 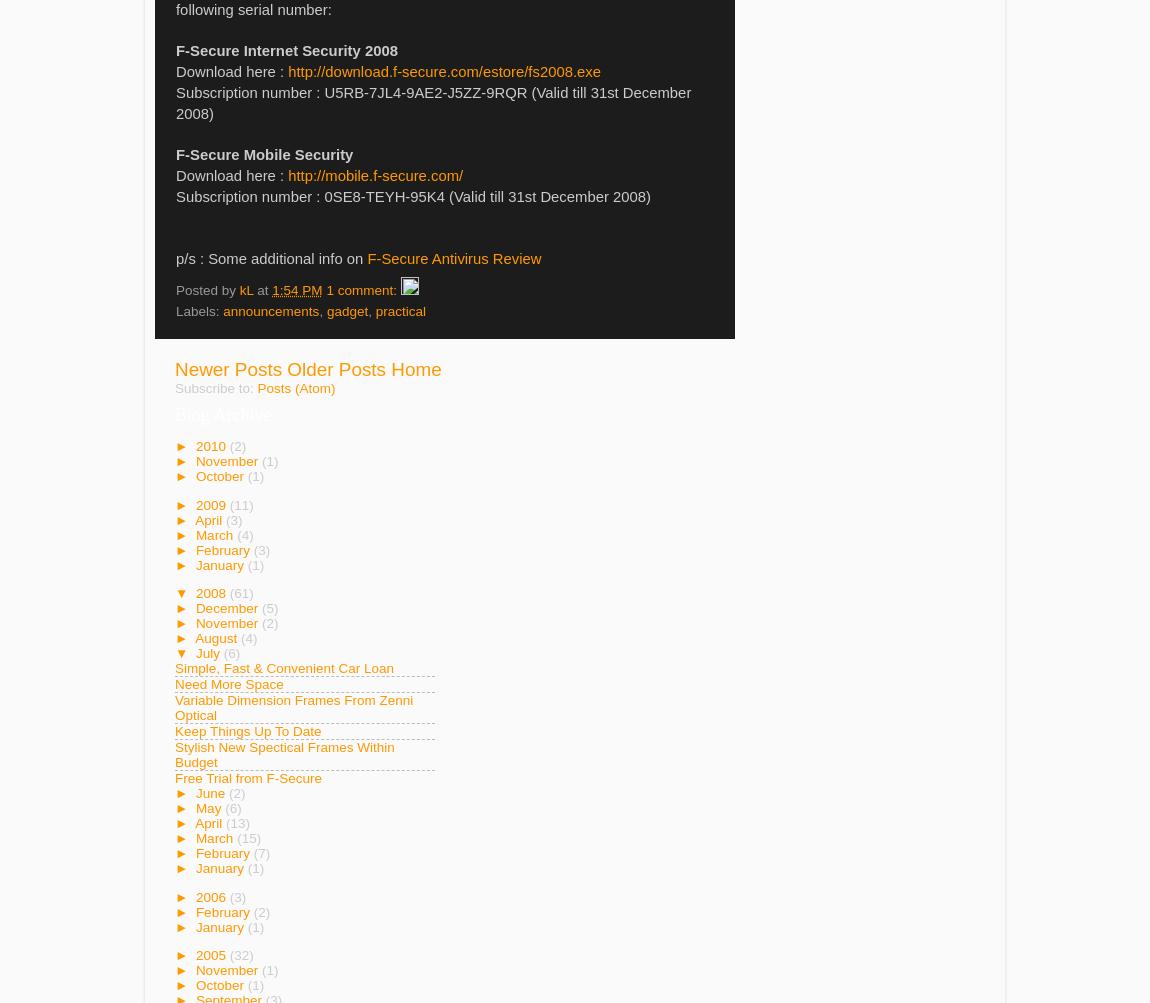 I want to click on 'F-Secure Antivirus Review', so click(x=454, y=257).